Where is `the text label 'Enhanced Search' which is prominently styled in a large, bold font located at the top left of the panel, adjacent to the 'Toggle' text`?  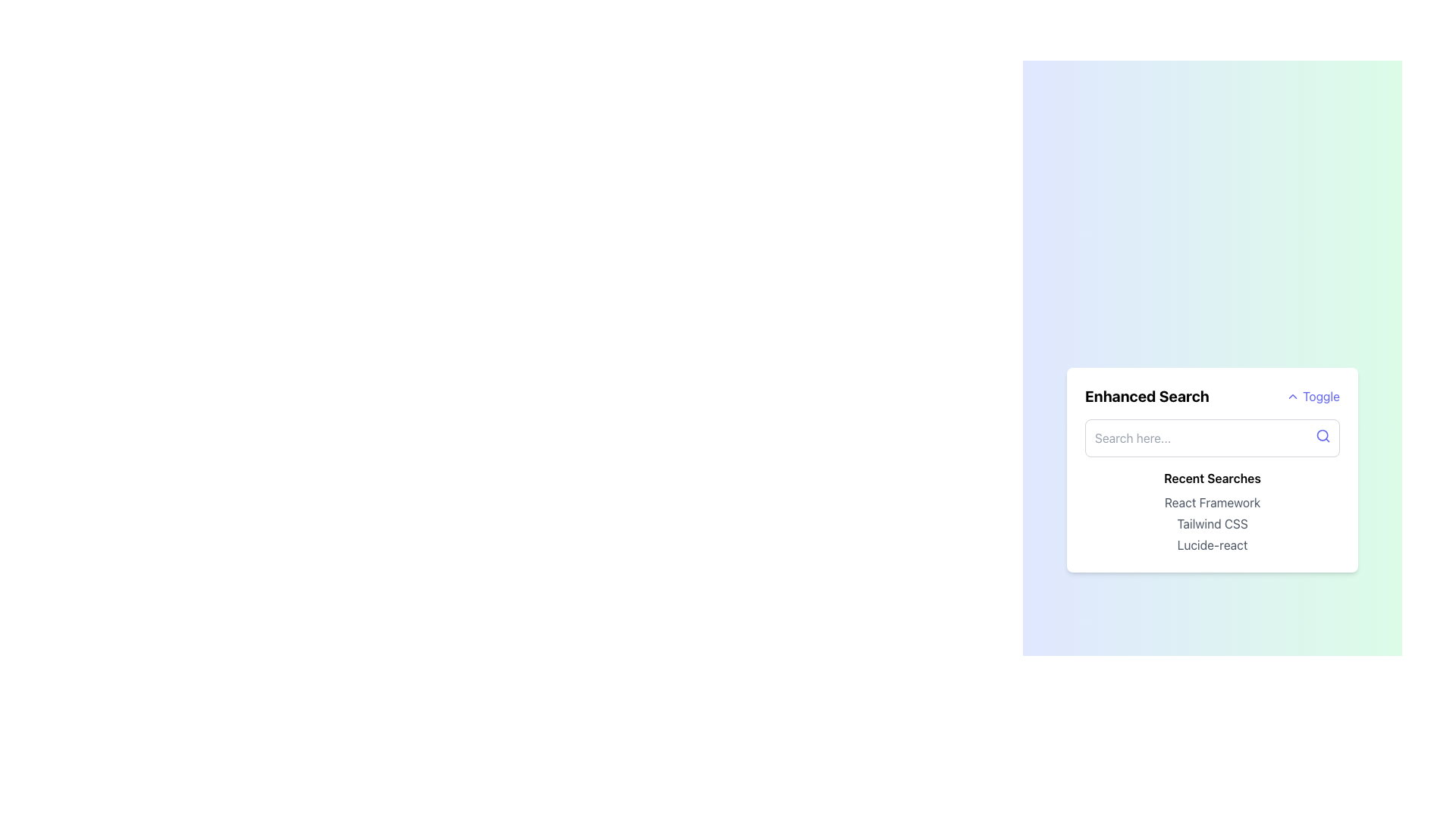 the text label 'Enhanced Search' which is prominently styled in a large, bold font located at the top left of the panel, adjacent to the 'Toggle' text is located at coordinates (1147, 396).